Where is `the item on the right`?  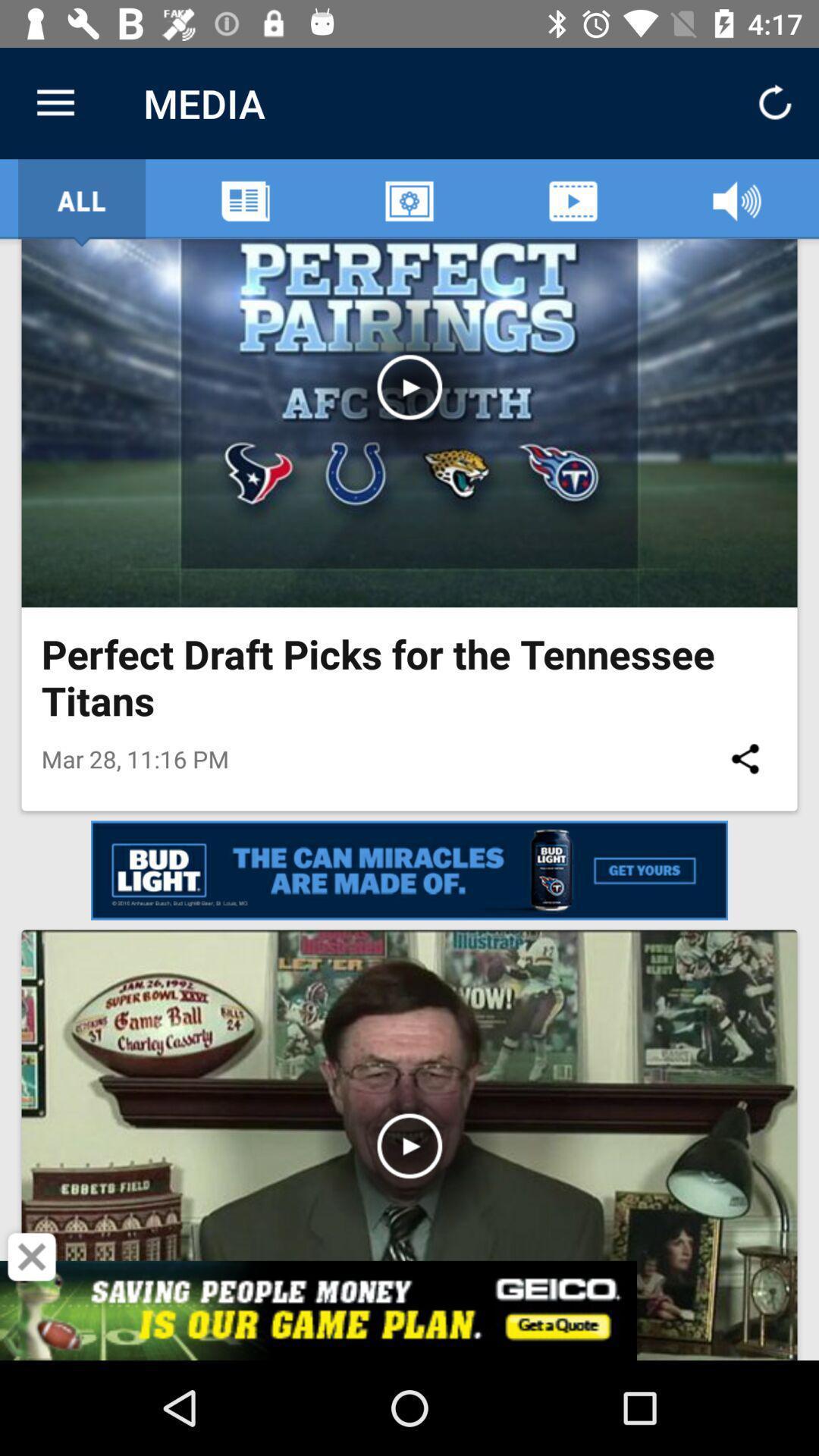 the item on the right is located at coordinates (744, 758).